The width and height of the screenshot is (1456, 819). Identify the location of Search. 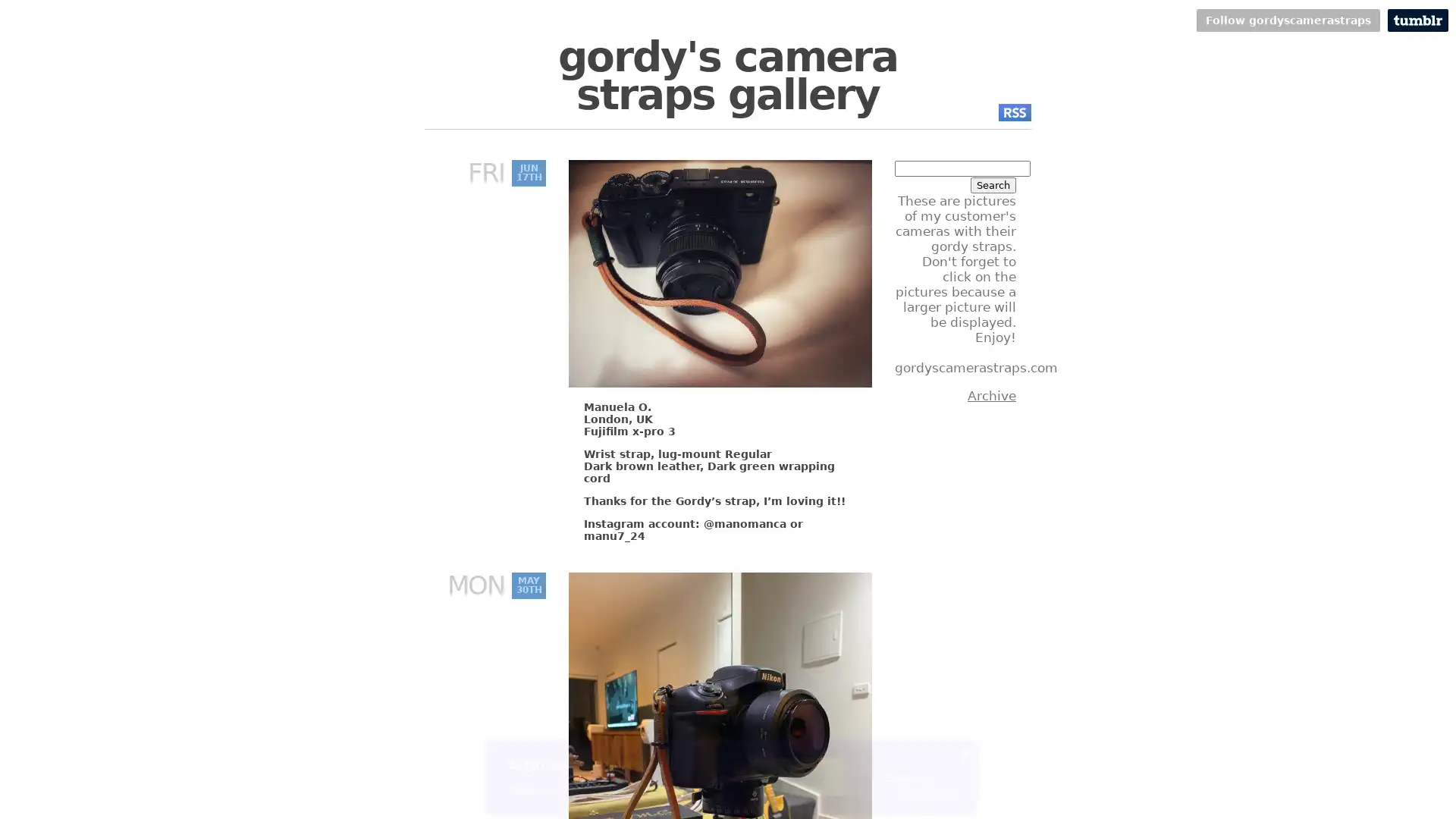
(993, 184).